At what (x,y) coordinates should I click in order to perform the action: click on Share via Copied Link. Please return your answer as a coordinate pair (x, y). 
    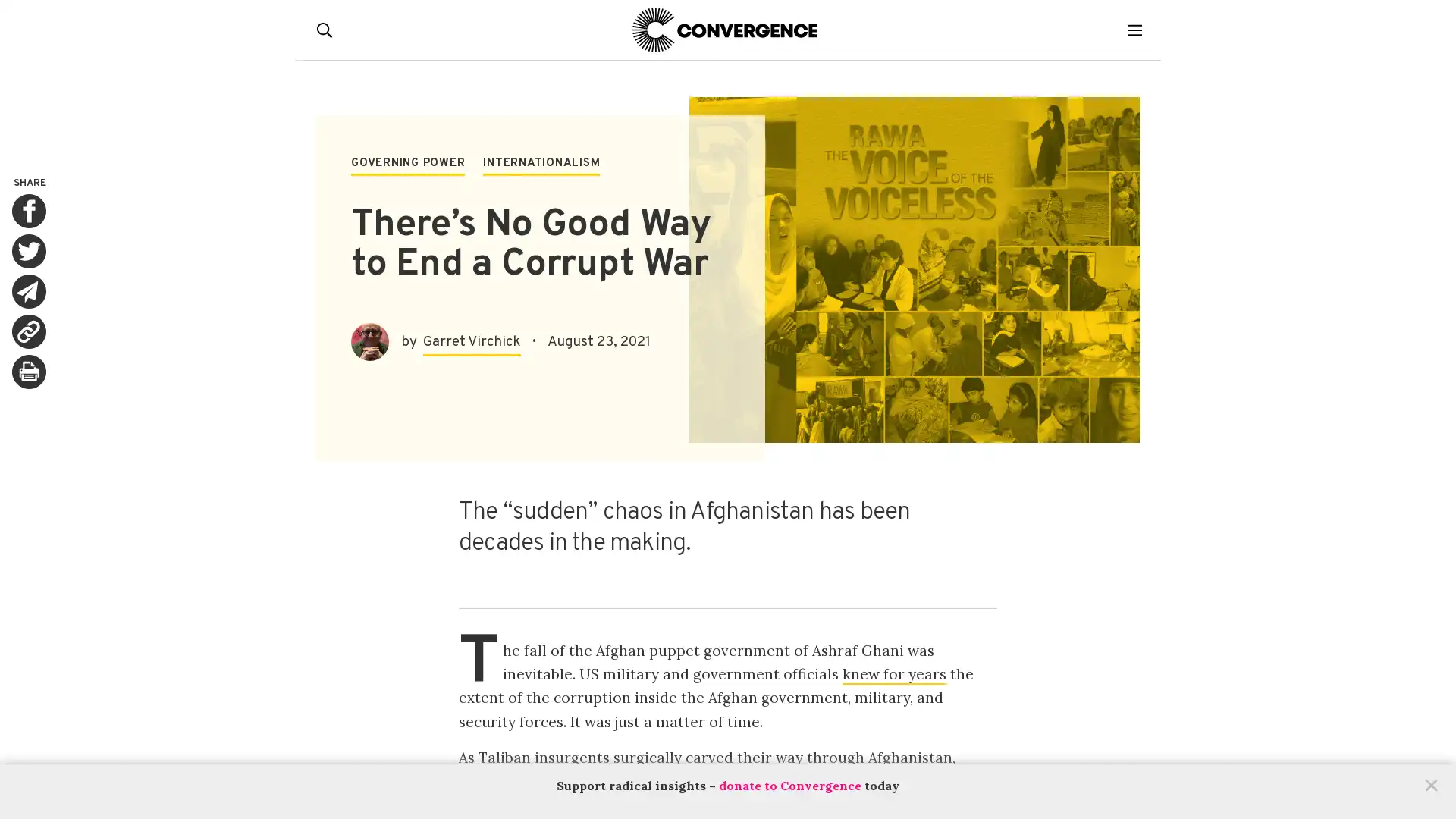
    Looking at the image, I should click on (29, 331).